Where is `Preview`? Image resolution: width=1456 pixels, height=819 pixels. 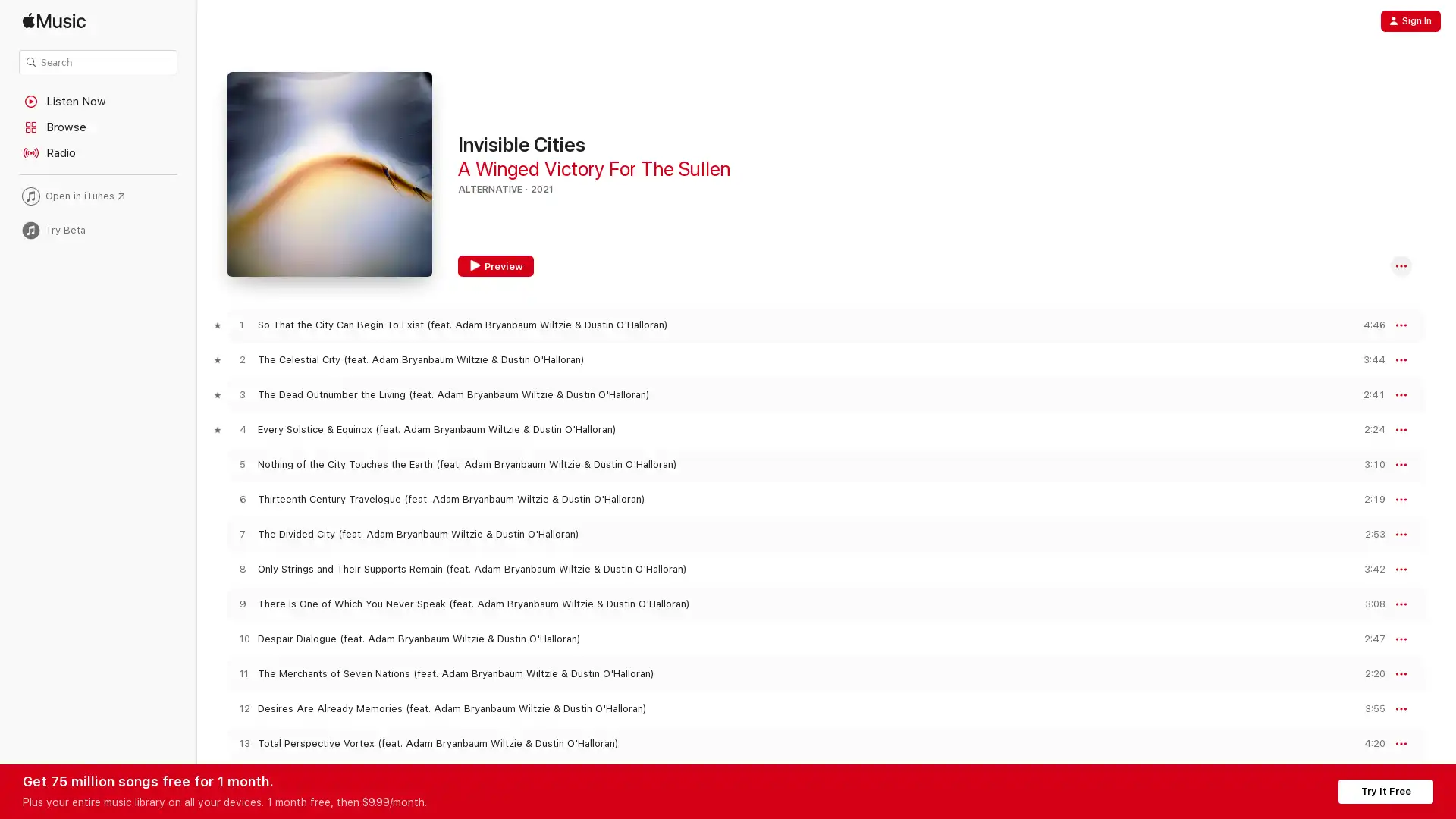 Preview is located at coordinates (1368, 603).